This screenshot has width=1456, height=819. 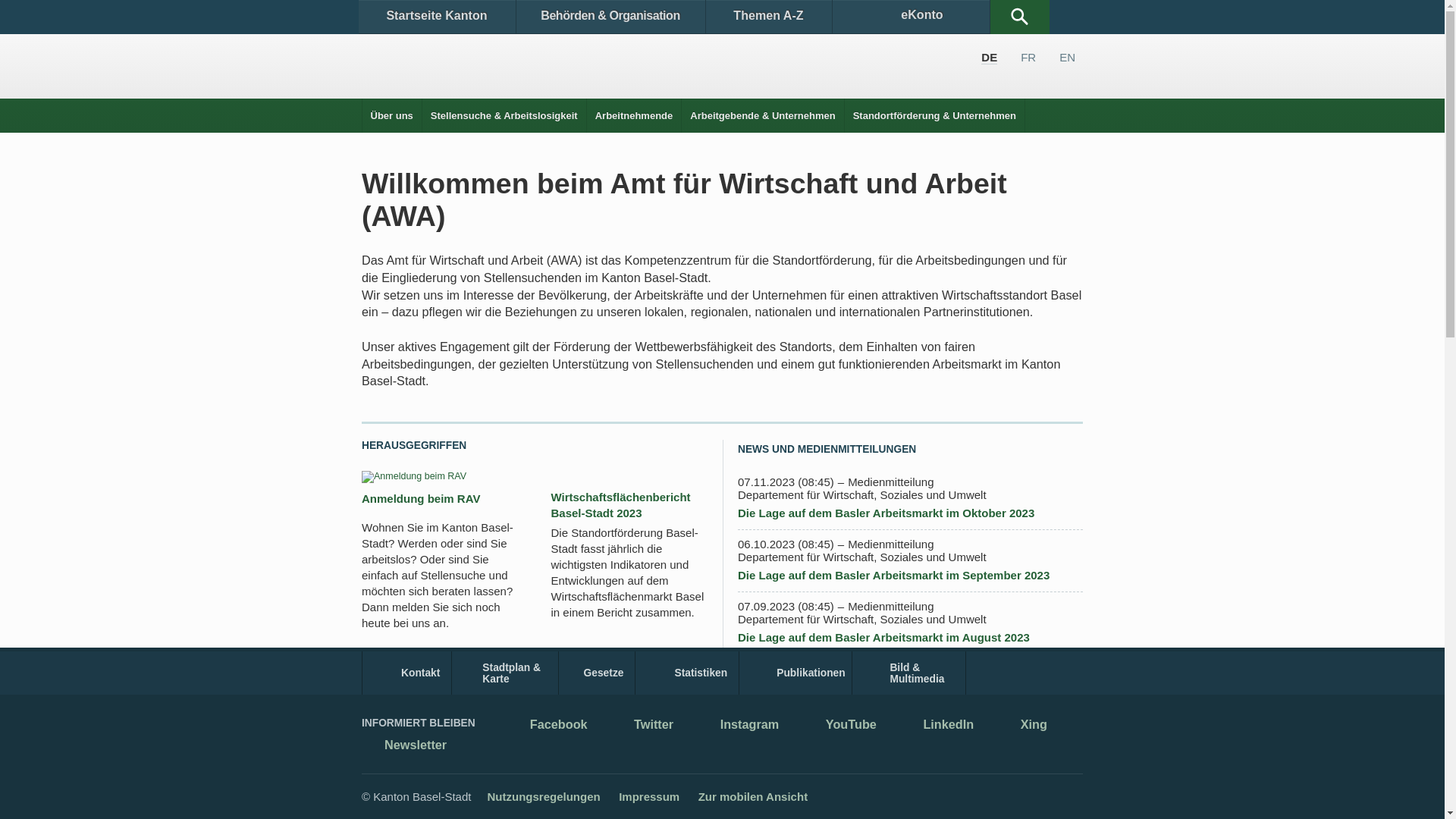 What do you see at coordinates (406, 672) in the screenshot?
I see `'Kontakt'` at bounding box center [406, 672].